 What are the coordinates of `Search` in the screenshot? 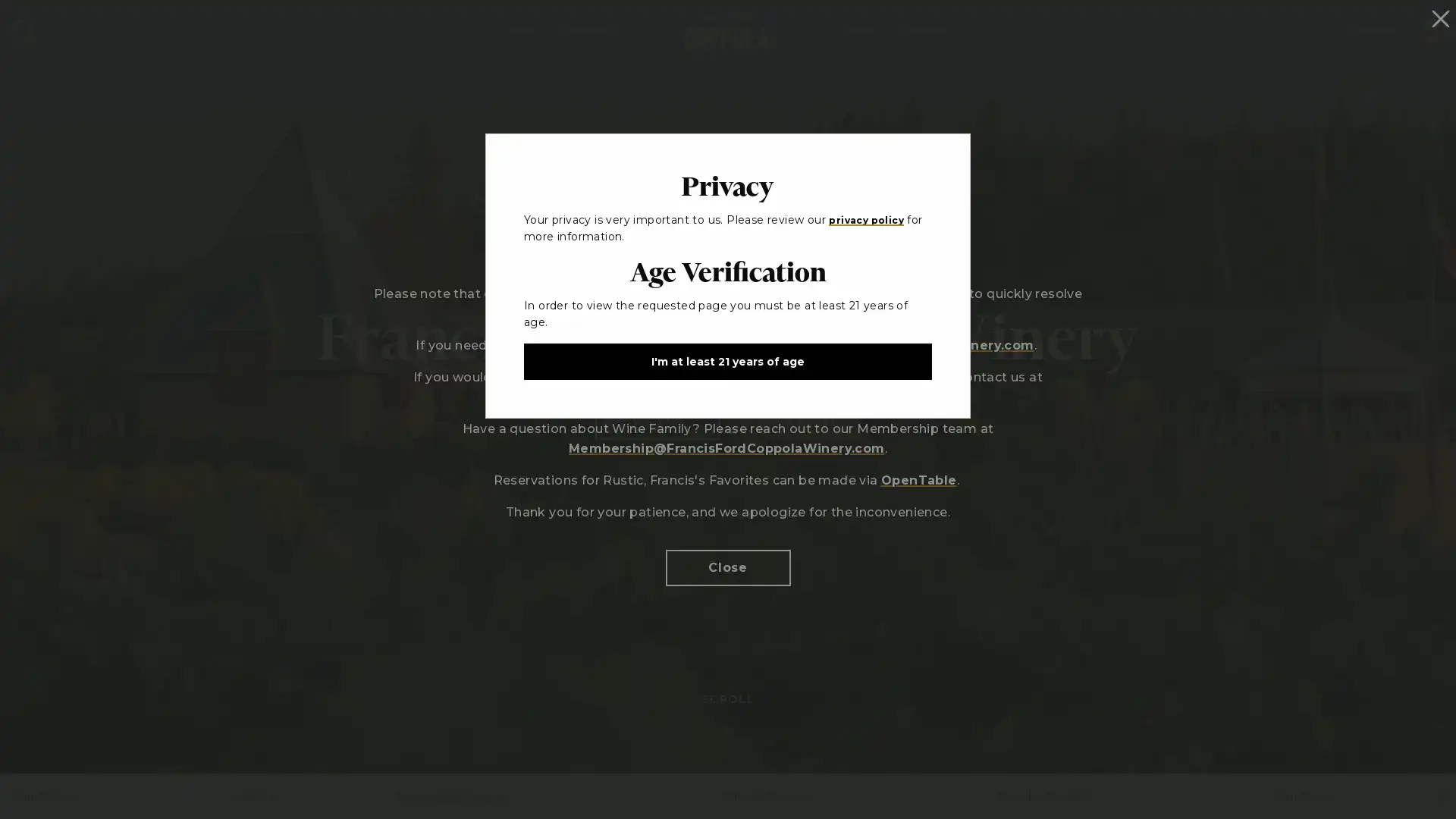 It's located at (24, 30).